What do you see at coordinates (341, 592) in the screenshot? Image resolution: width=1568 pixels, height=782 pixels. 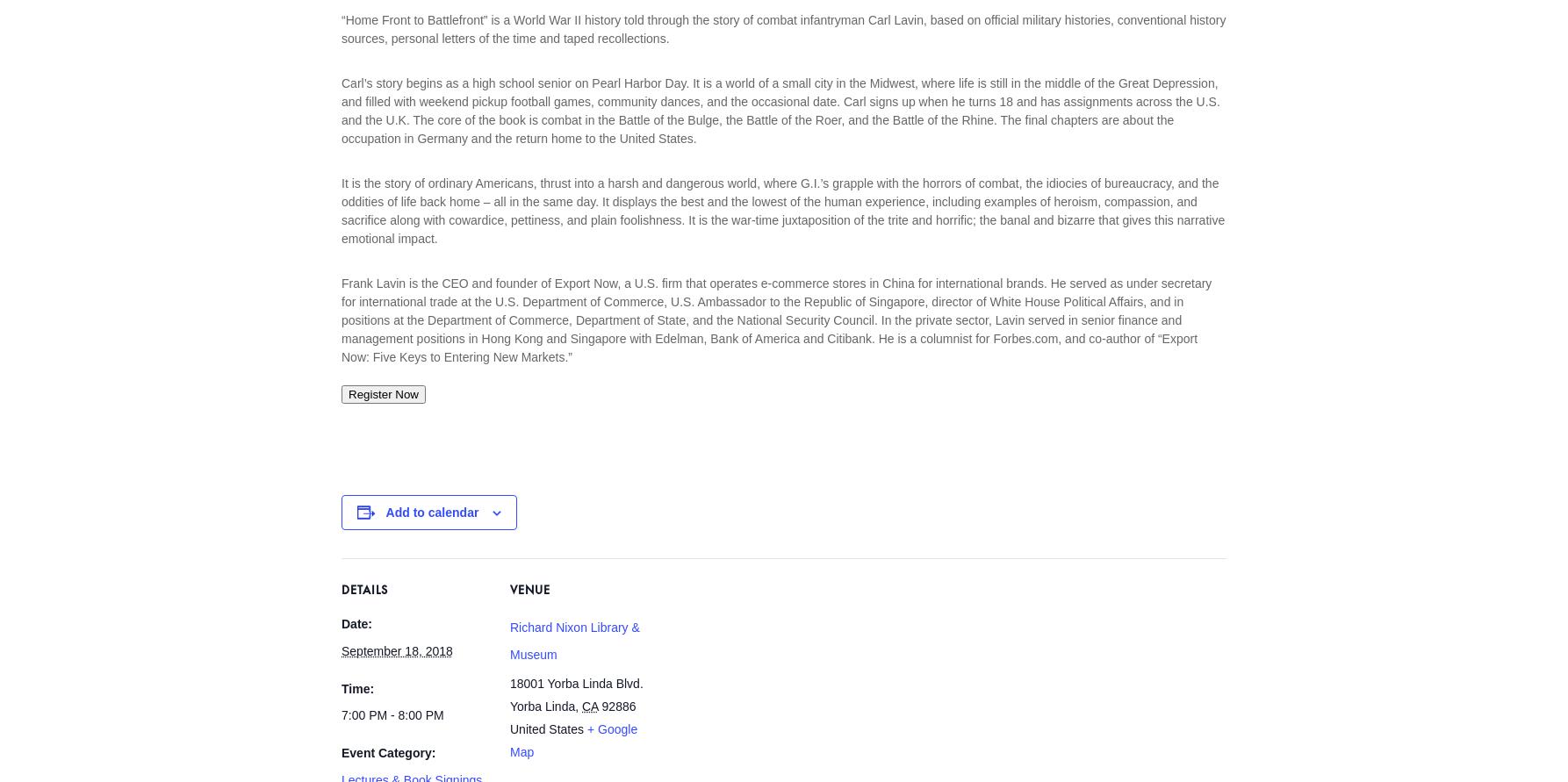 I see `'Details'` at bounding box center [341, 592].